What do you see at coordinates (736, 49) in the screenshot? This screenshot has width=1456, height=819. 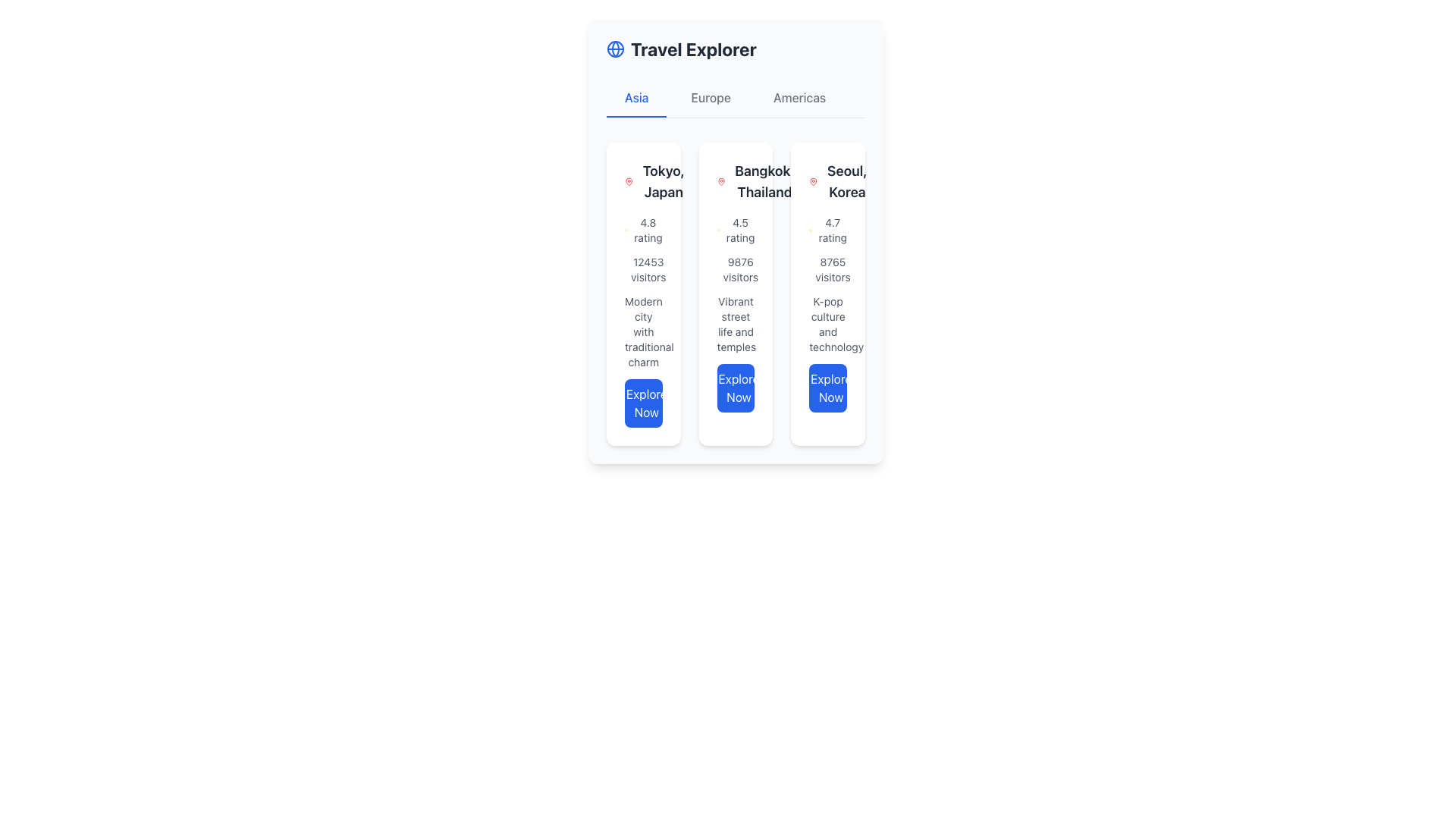 I see `the header element that indicates the section for exploring travel destinations, located at the top of the interface` at bounding box center [736, 49].